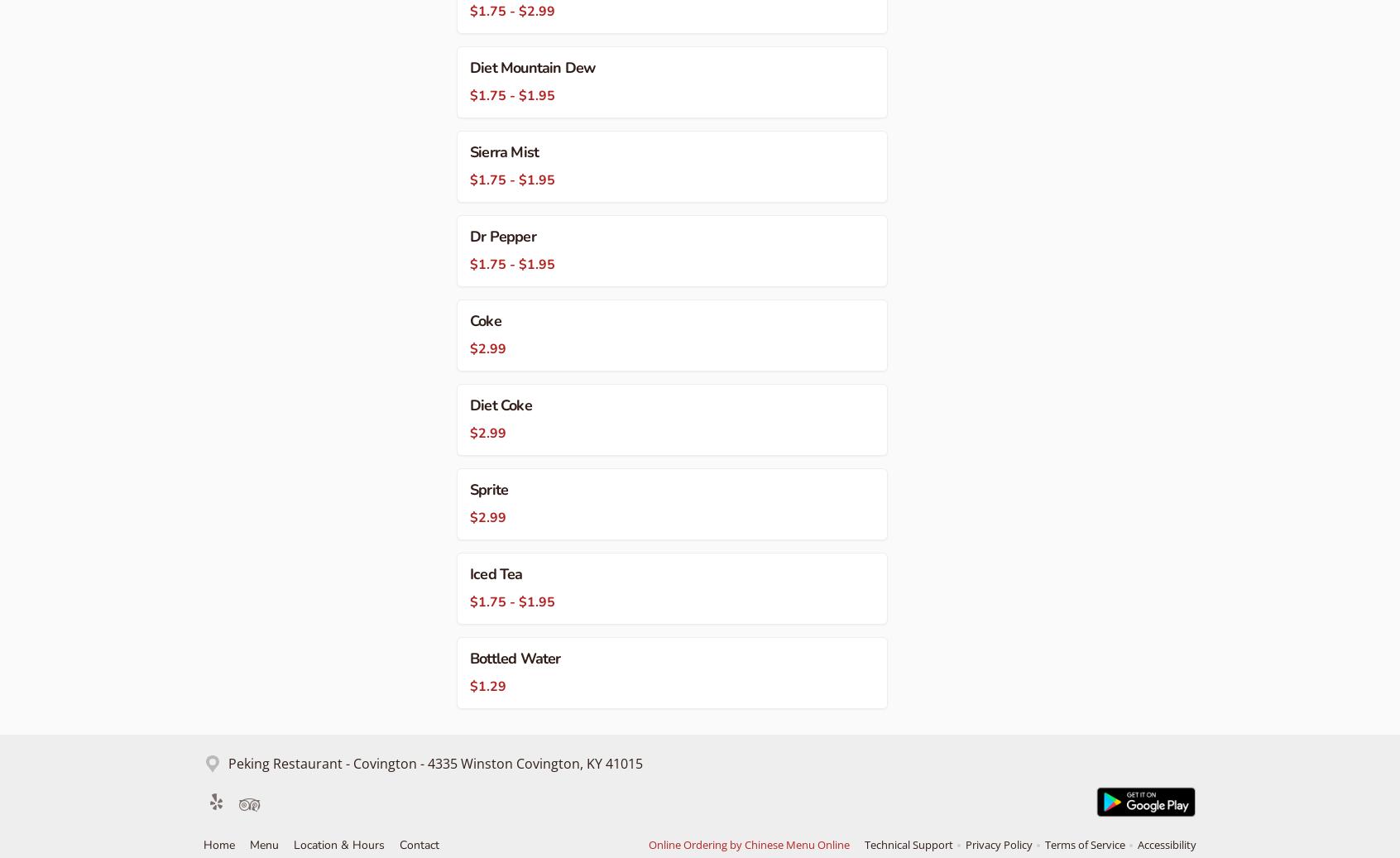  What do you see at coordinates (501, 234) in the screenshot?
I see `'Dr Pepper'` at bounding box center [501, 234].